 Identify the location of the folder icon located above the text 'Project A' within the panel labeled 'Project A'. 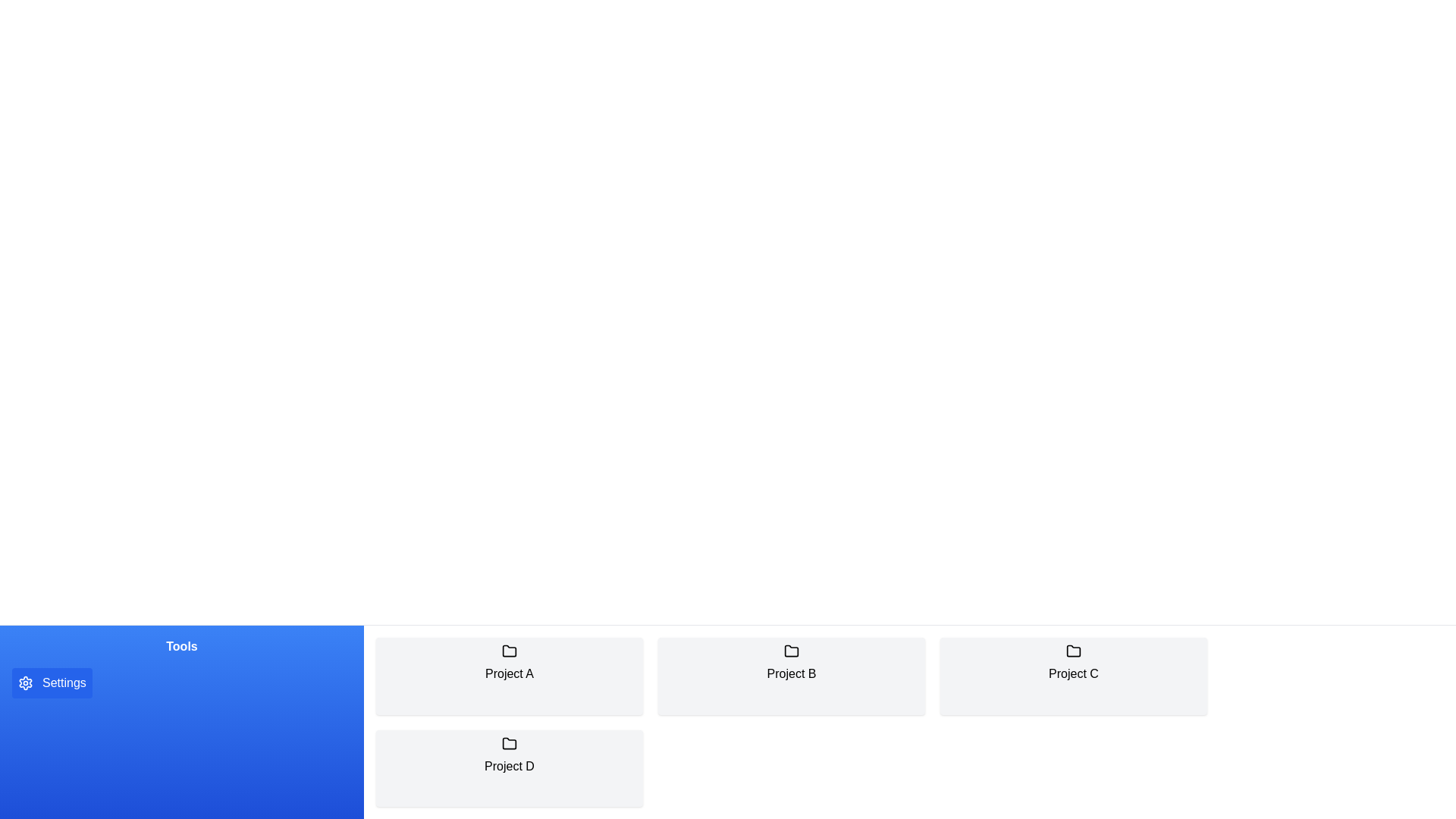
(510, 651).